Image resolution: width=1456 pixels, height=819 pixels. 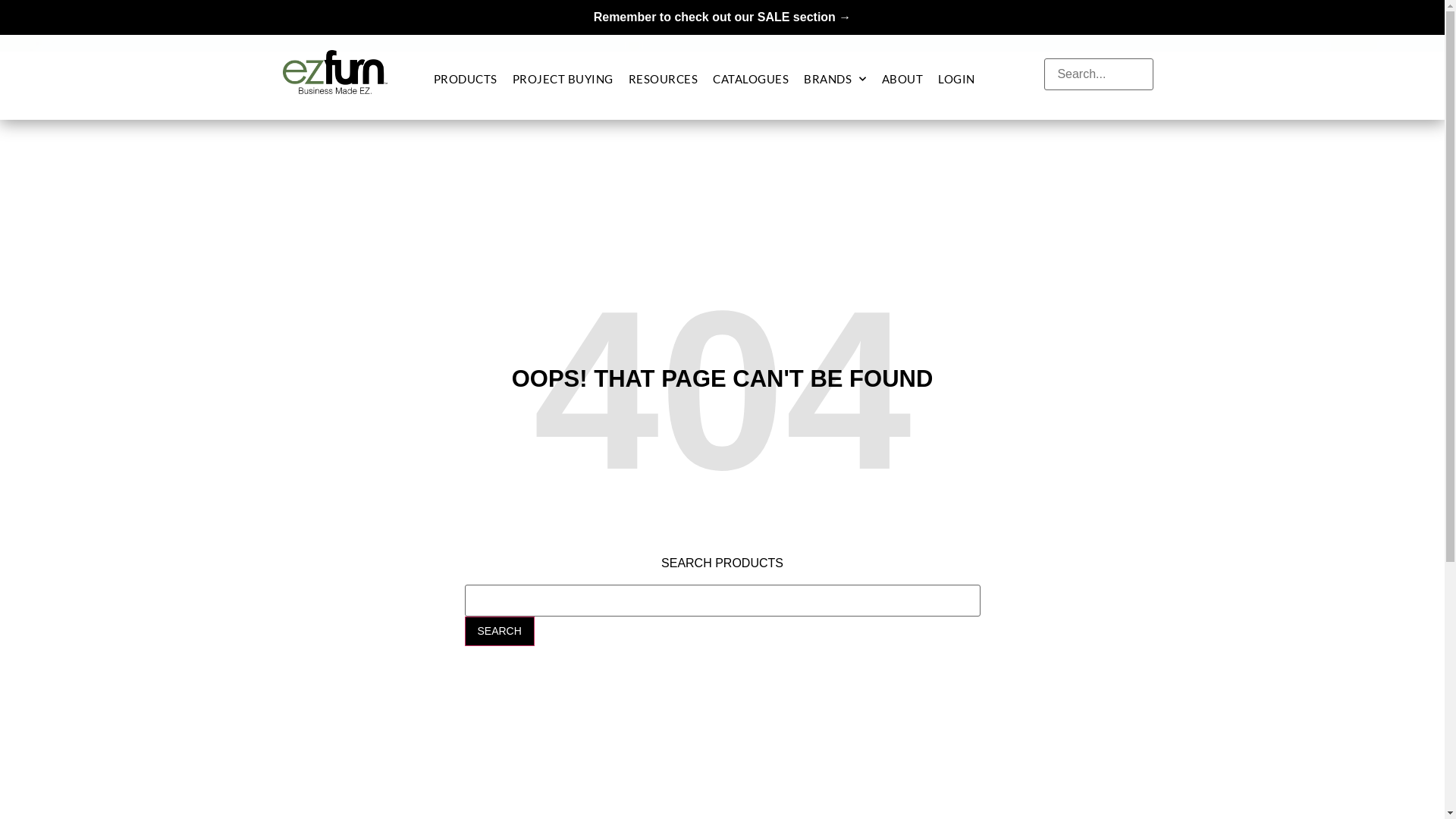 What do you see at coordinates (881, 79) in the screenshot?
I see `'ABOUT'` at bounding box center [881, 79].